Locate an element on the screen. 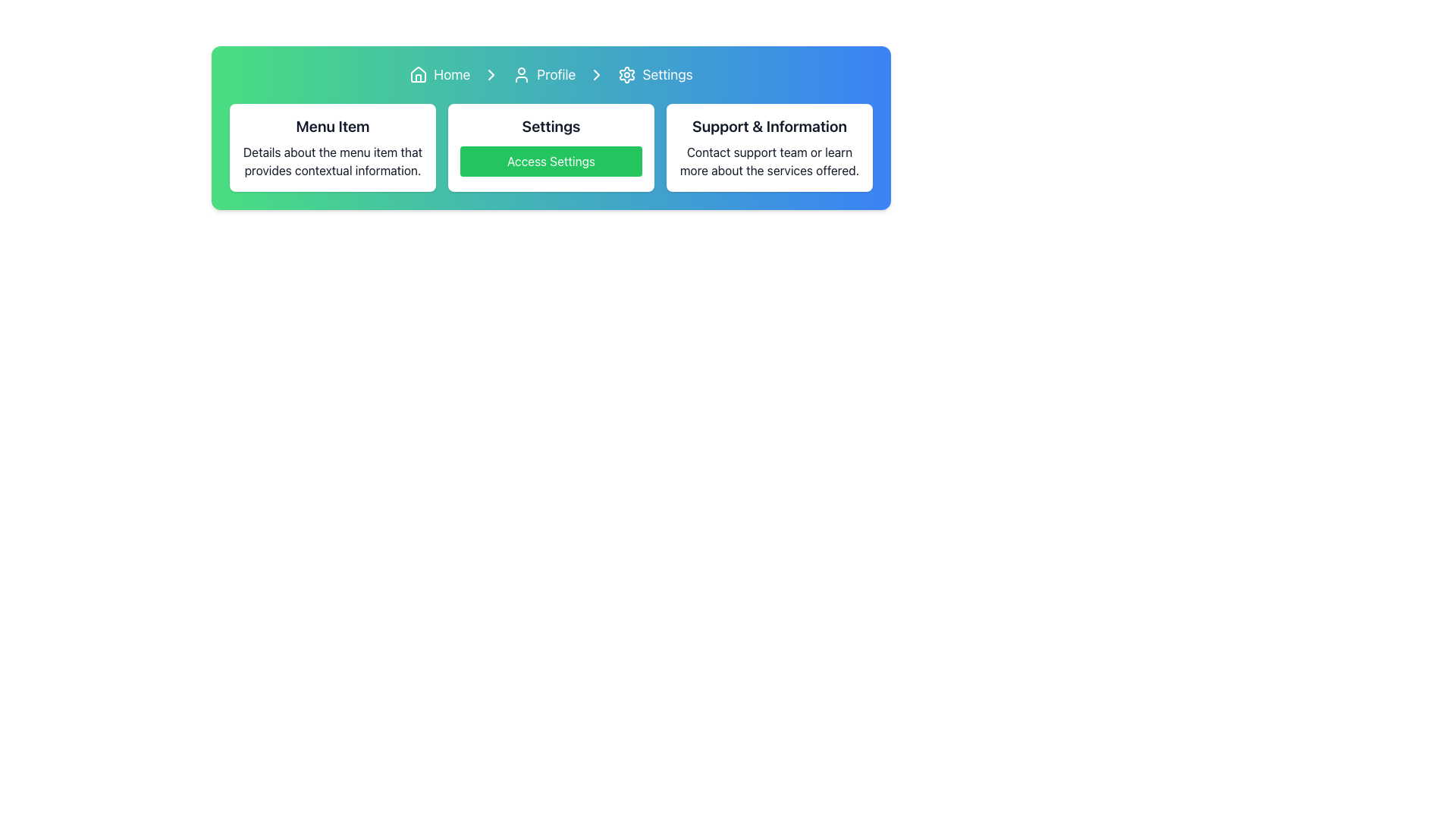 The width and height of the screenshot is (1456, 819). the third card in a row of three cards that provides information about support options and services, located to the rightmost side of the layout is located at coordinates (769, 148).